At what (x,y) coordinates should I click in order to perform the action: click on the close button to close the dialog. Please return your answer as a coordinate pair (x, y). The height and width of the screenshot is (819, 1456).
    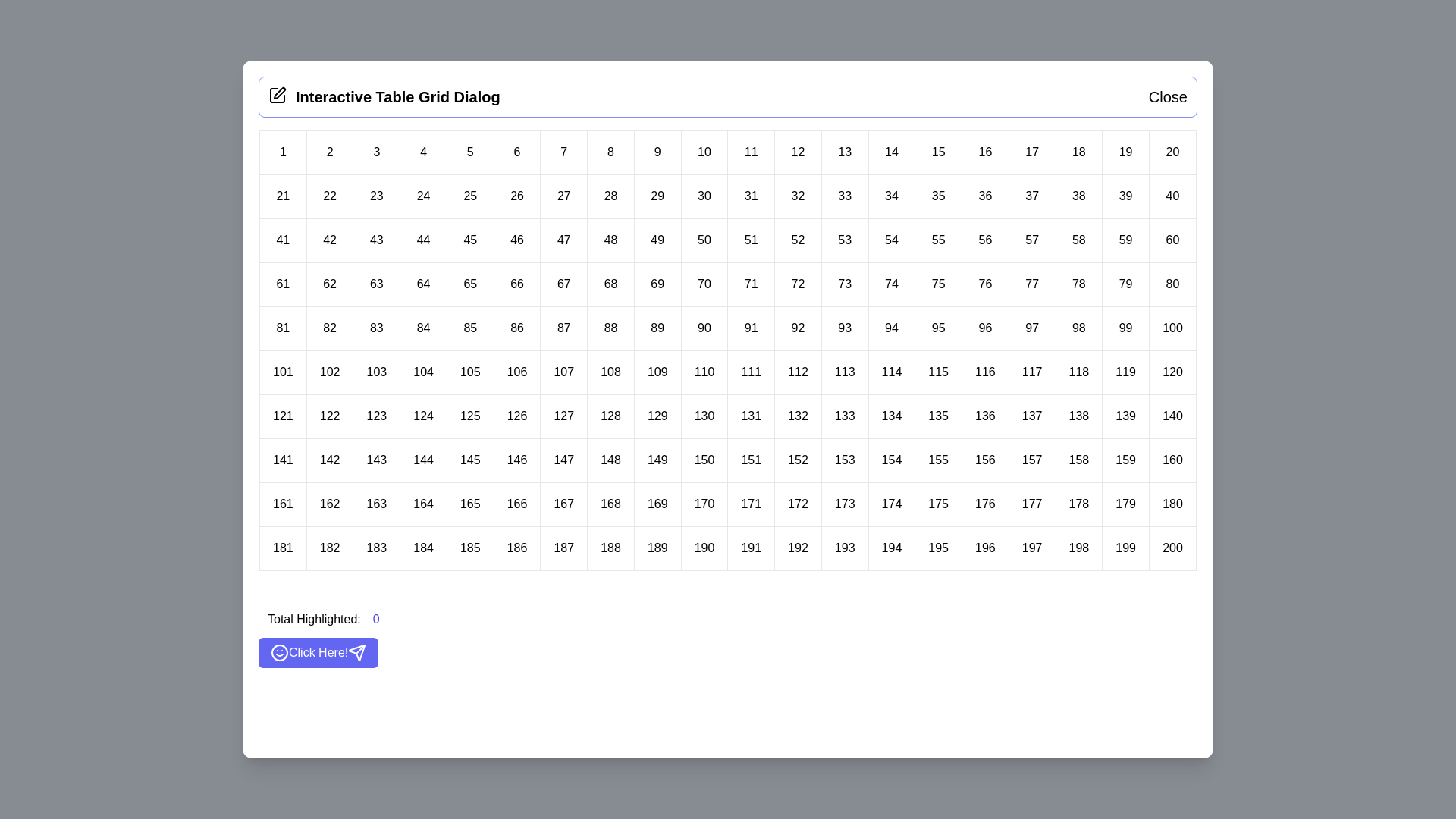
    Looking at the image, I should click on (1167, 96).